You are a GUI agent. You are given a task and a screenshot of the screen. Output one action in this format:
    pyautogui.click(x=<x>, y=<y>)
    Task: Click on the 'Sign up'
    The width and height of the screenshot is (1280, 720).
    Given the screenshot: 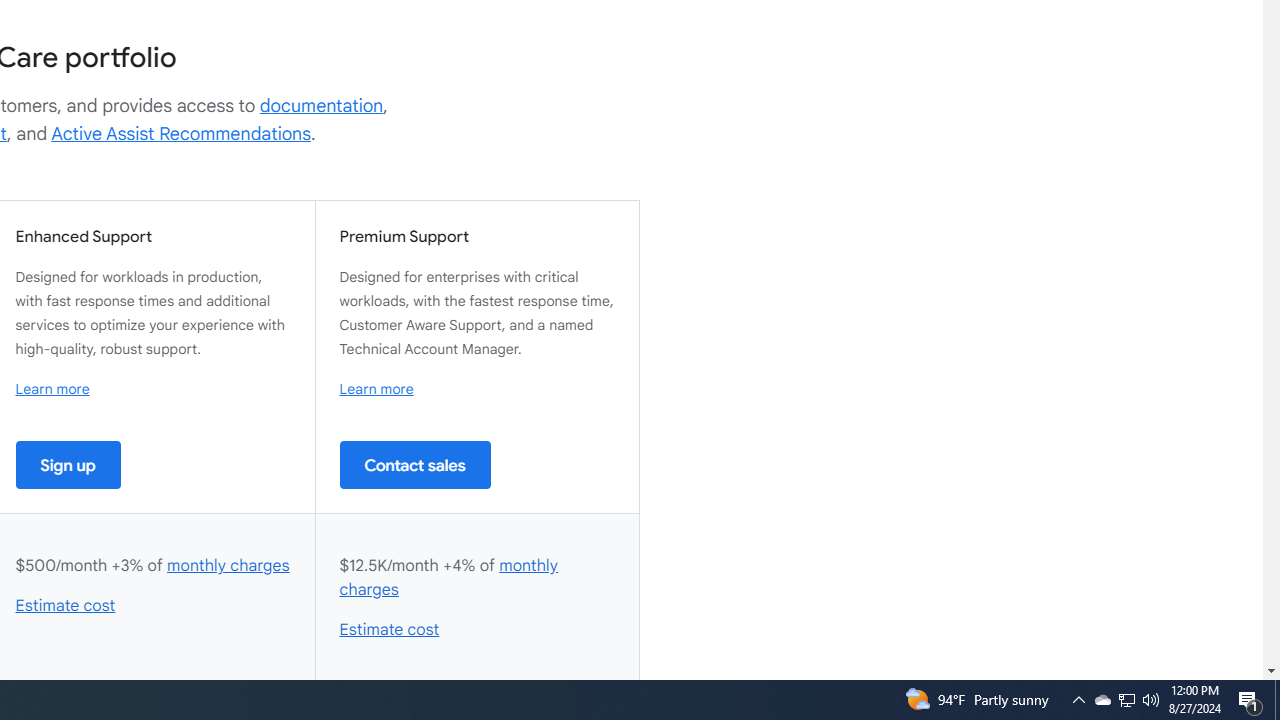 What is the action you would take?
    pyautogui.click(x=68, y=464)
    